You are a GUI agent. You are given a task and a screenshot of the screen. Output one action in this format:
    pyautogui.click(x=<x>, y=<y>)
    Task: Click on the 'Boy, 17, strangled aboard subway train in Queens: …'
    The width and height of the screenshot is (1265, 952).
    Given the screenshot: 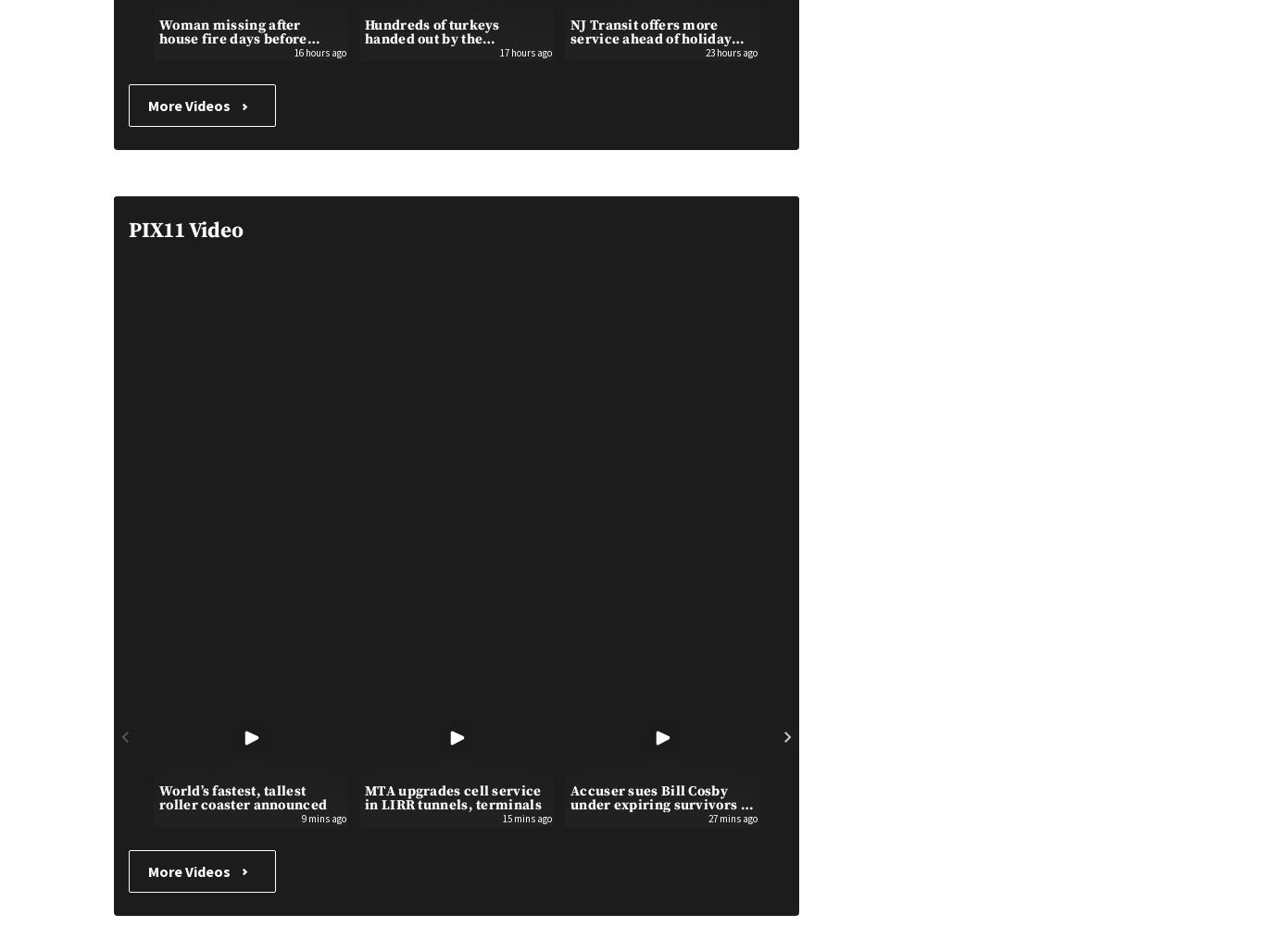 What is the action you would take?
    pyautogui.click(x=775, y=795)
    